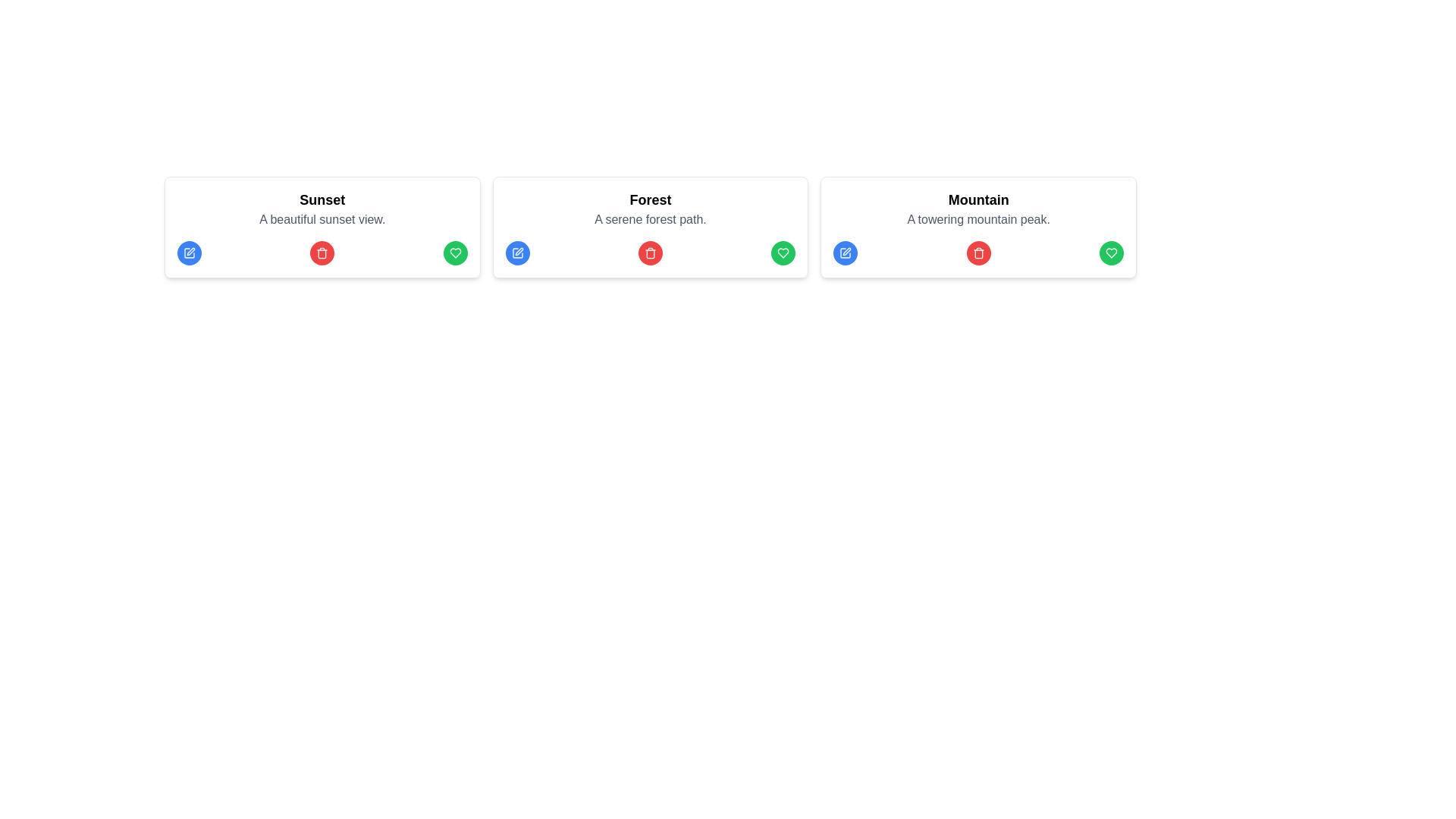  I want to click on the square pen icon button with a blue circular background located in the top-left corner of the 'Mountain' card, so click(845, 253).